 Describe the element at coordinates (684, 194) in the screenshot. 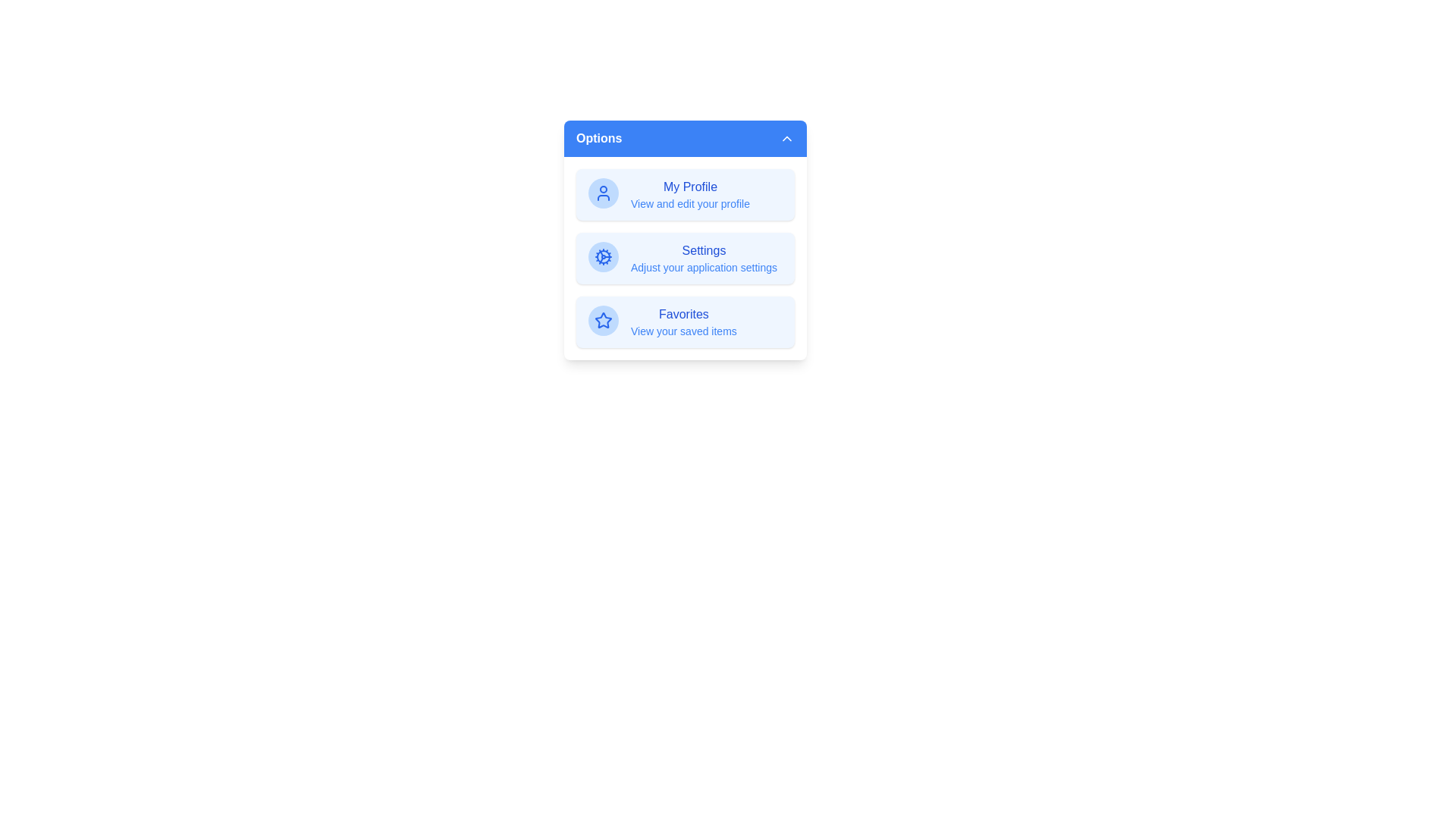

I see `the option My Profile from the list by clicking on it` at that location.